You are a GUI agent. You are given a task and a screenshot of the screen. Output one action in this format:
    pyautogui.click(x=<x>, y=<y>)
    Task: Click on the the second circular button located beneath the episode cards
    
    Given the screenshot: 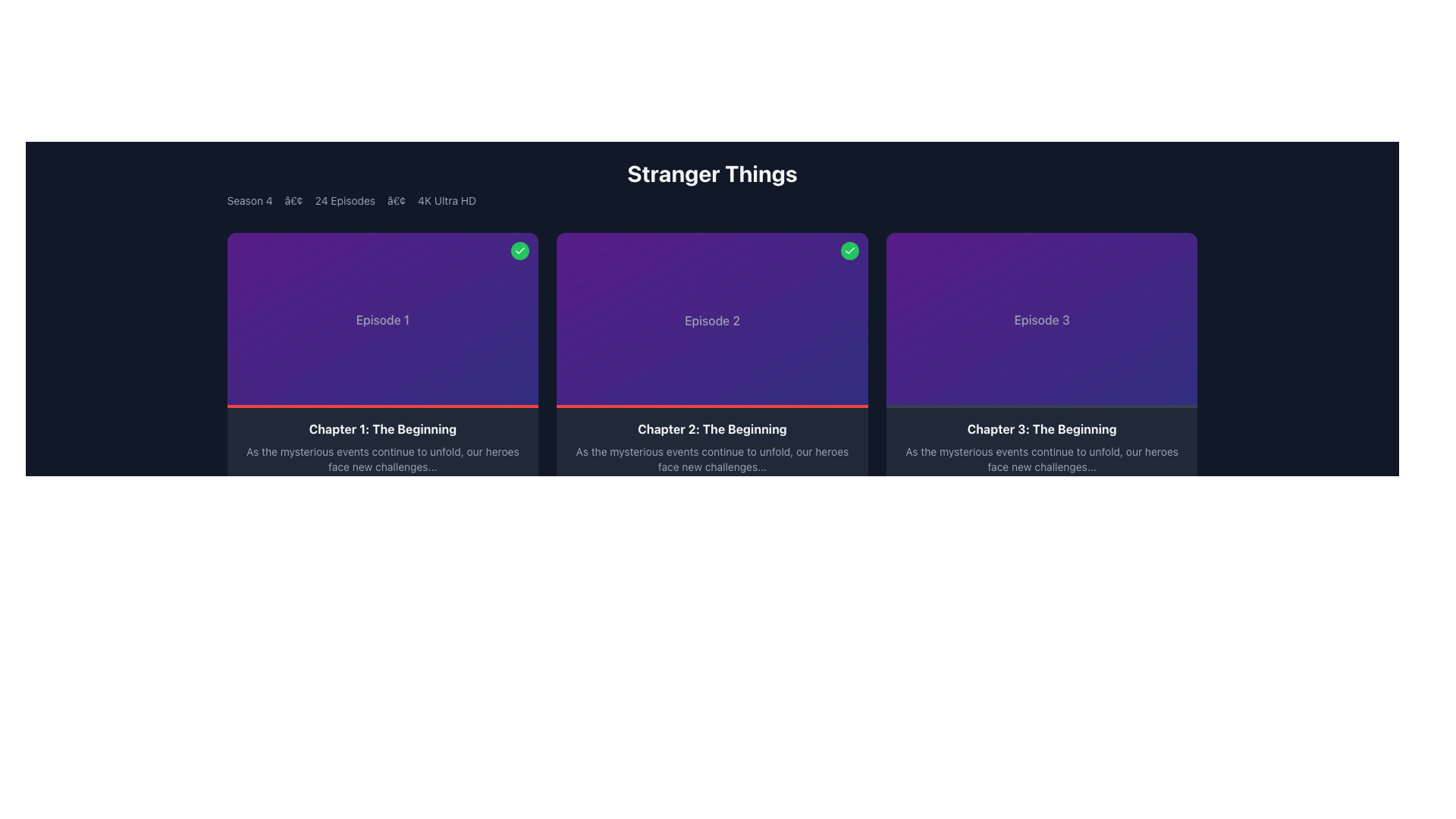 What is the action you would take?
    pyautogui.click(x=843, y=499)
    